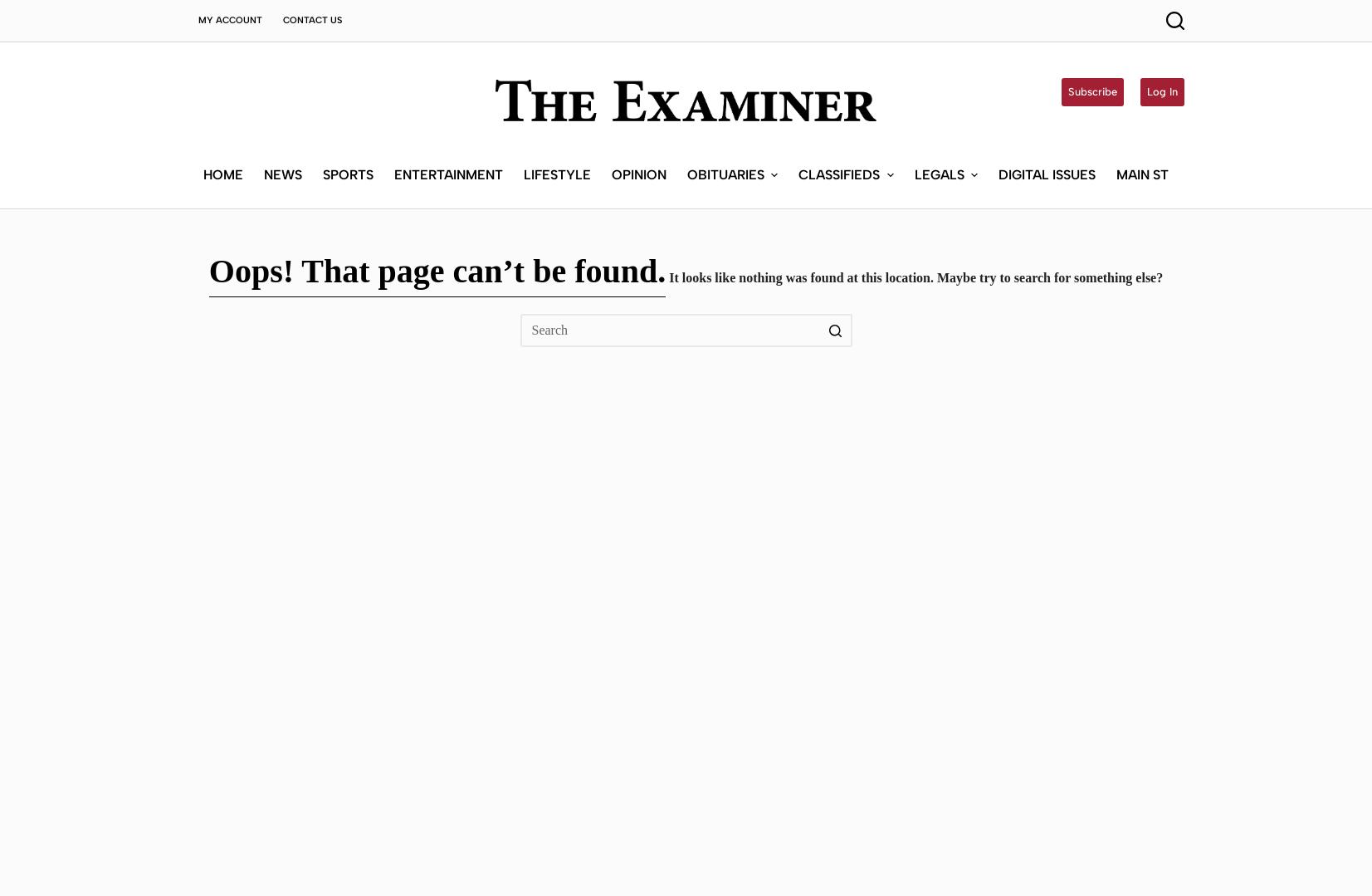  I want to click on 'Submit a Classified', so click(855, 121).